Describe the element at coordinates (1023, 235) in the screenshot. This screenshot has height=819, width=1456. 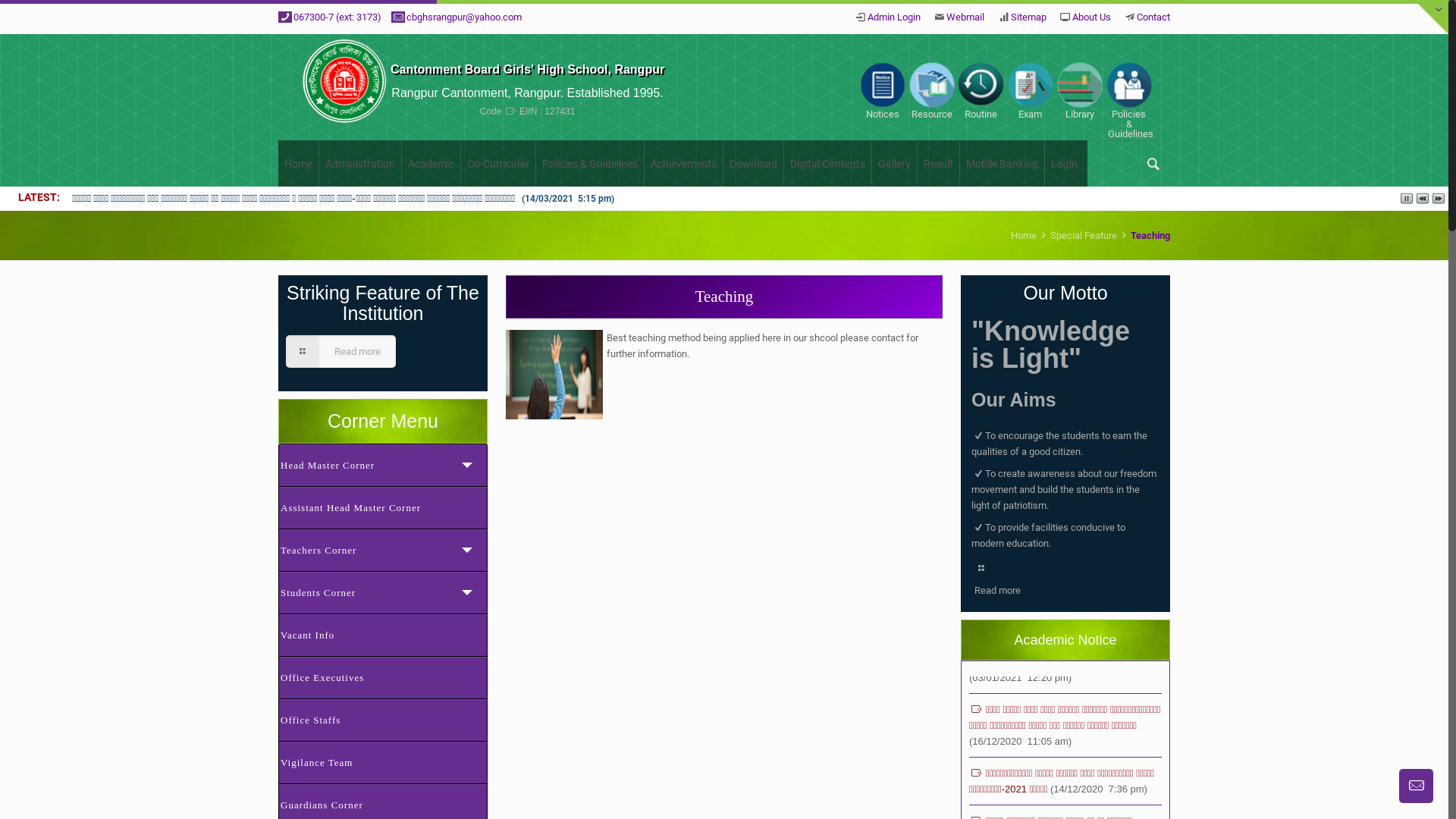
I see `'Home'` at that location.